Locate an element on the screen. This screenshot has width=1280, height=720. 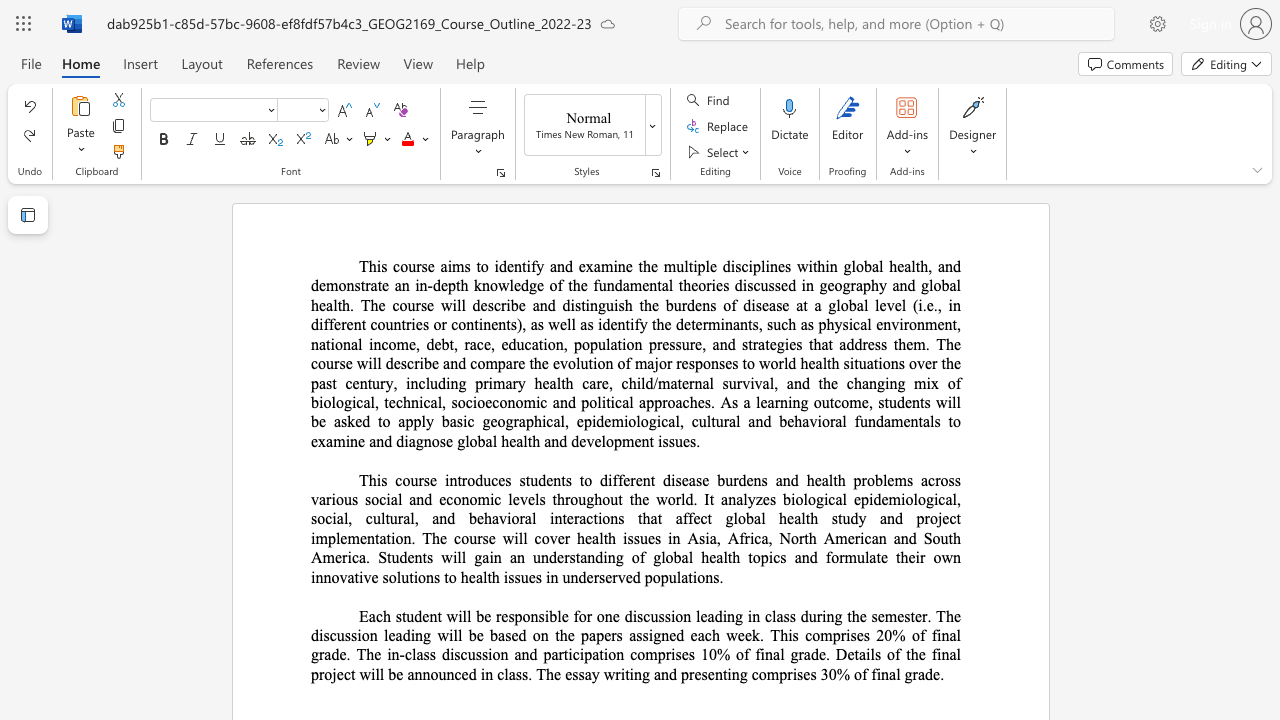
the subset text "ioral fundamentals to examine and diagnose global health and development issues" within the text "geographical, epidemiological, cultural and behavioral fundamentals to examine and diagnose global health and development issues." is located at coordinates (817, 420).